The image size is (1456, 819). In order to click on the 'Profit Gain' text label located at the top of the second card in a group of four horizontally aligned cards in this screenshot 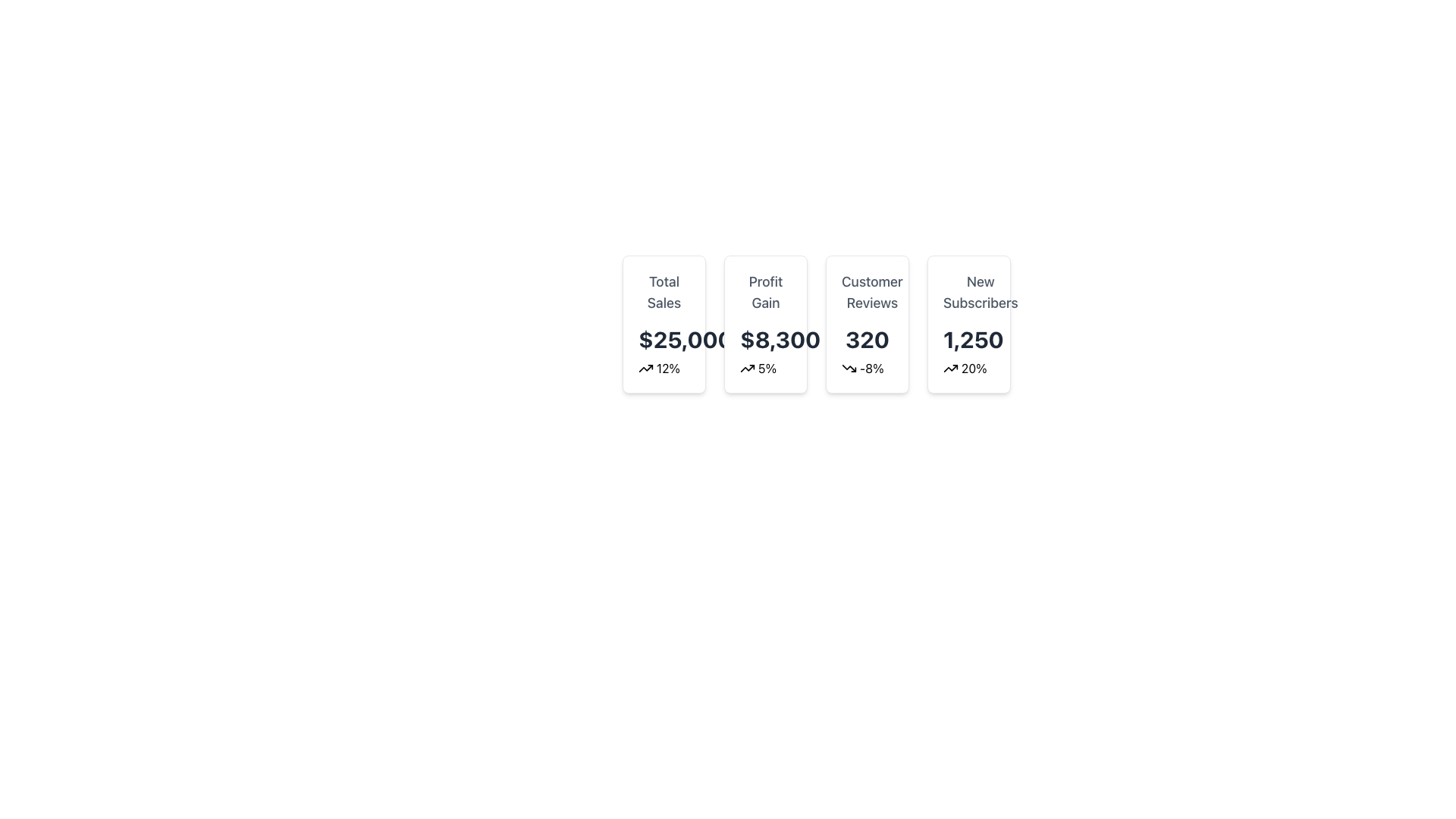, I will do `click(765, 292)`.